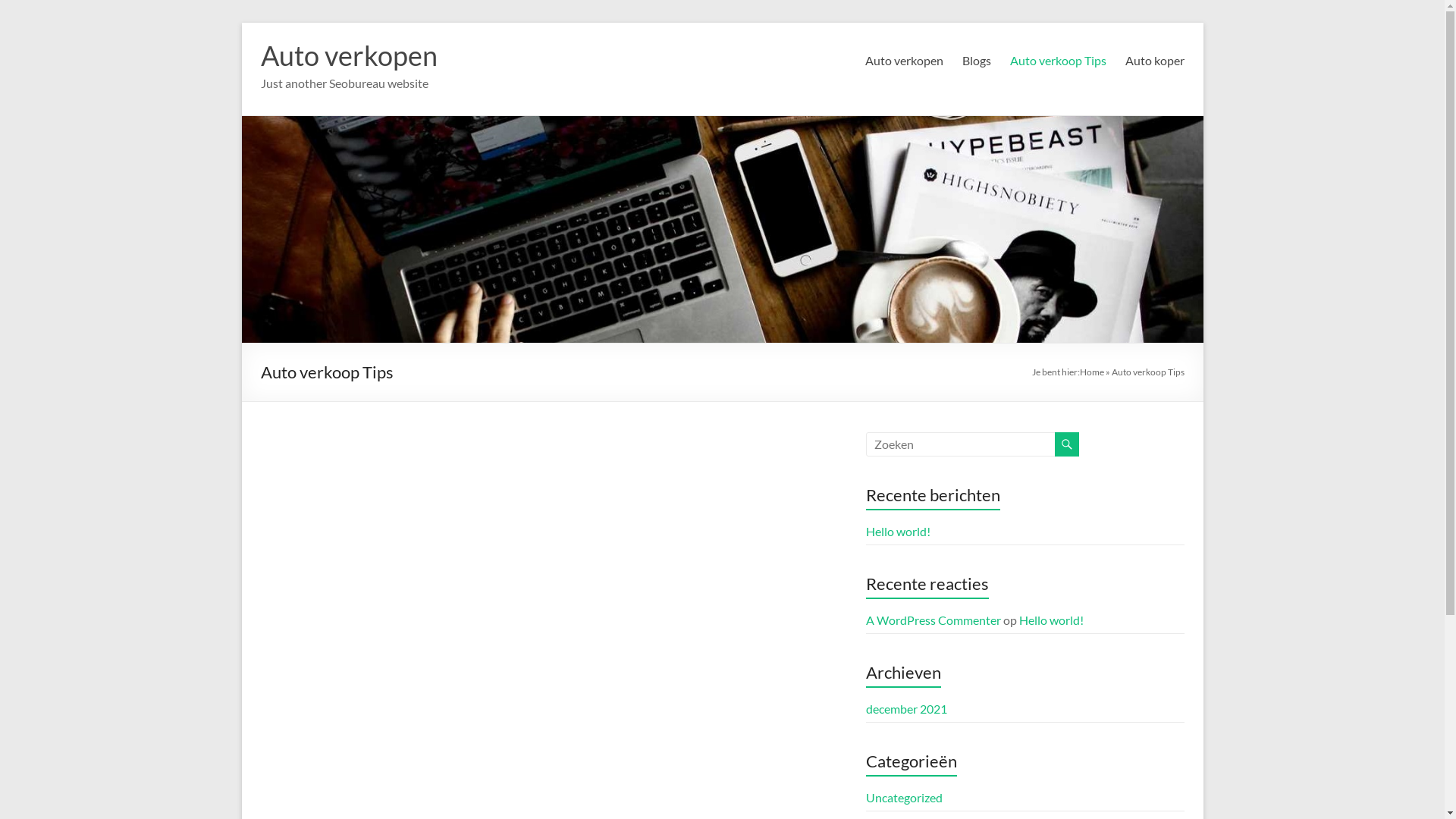  I want to click on 'Uncategorized', so click(866, 796).